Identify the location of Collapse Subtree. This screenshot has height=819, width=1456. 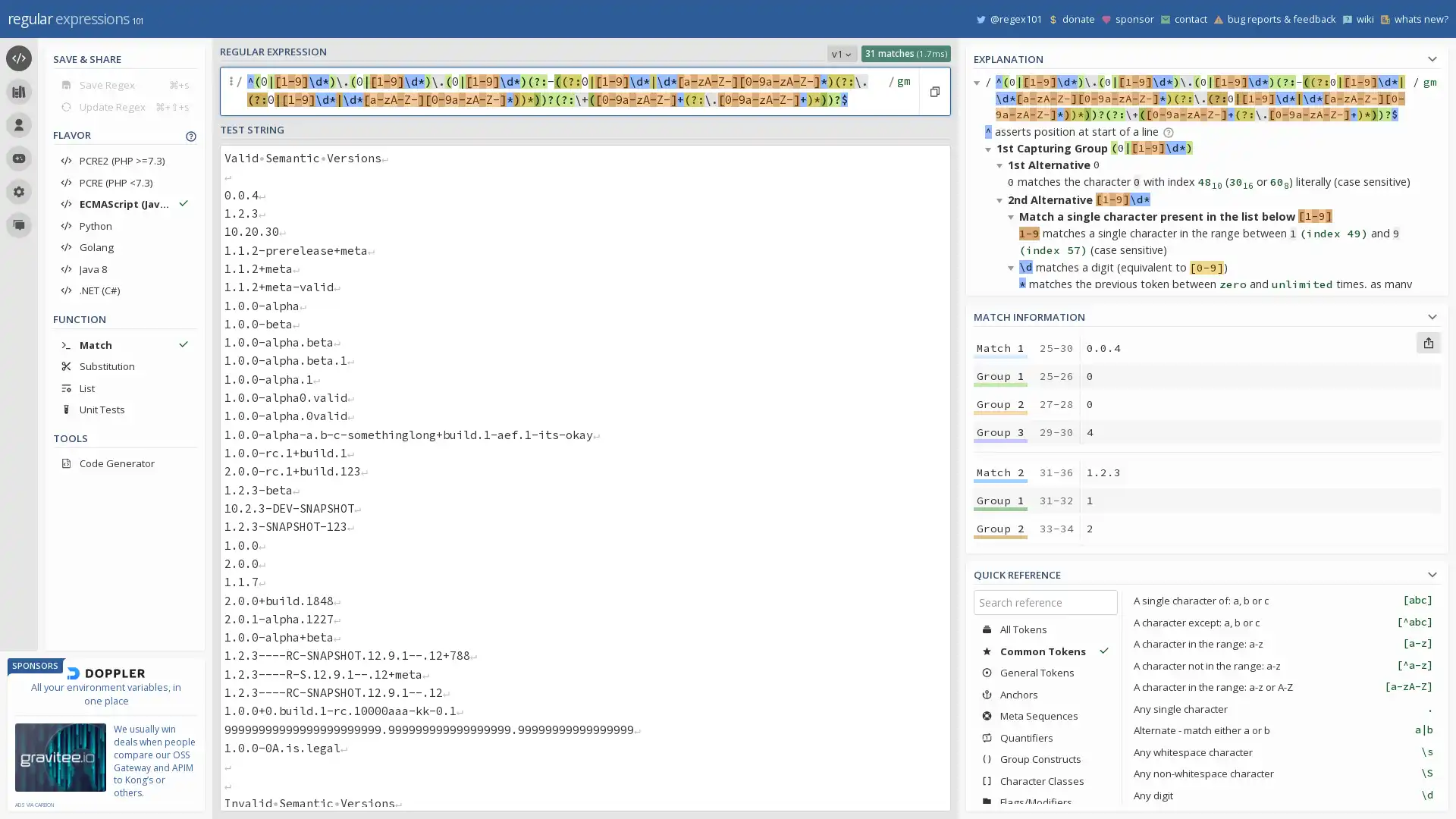
(990, 336).